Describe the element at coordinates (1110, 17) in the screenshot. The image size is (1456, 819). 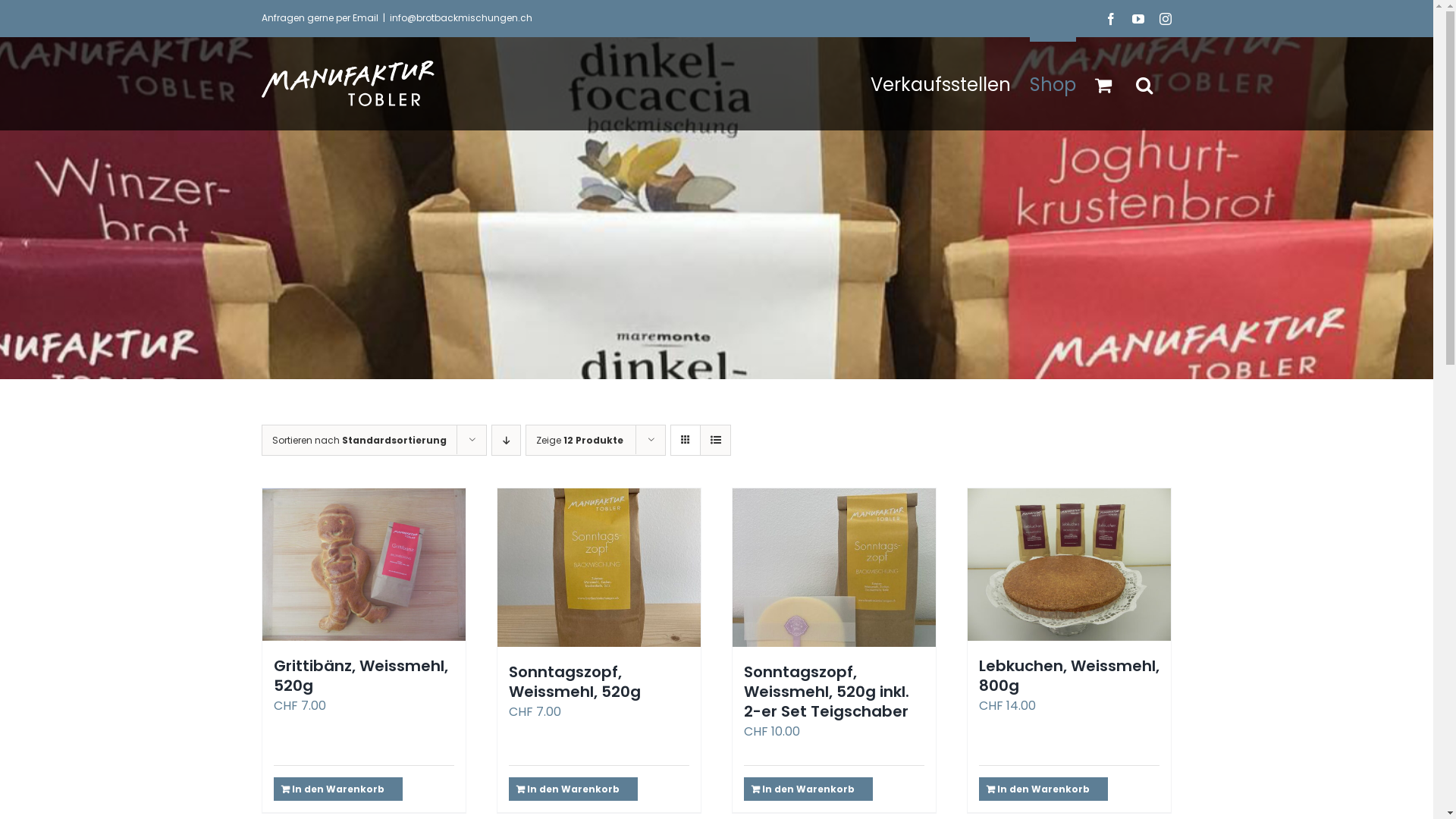
I see `'Facebook'` at that location.